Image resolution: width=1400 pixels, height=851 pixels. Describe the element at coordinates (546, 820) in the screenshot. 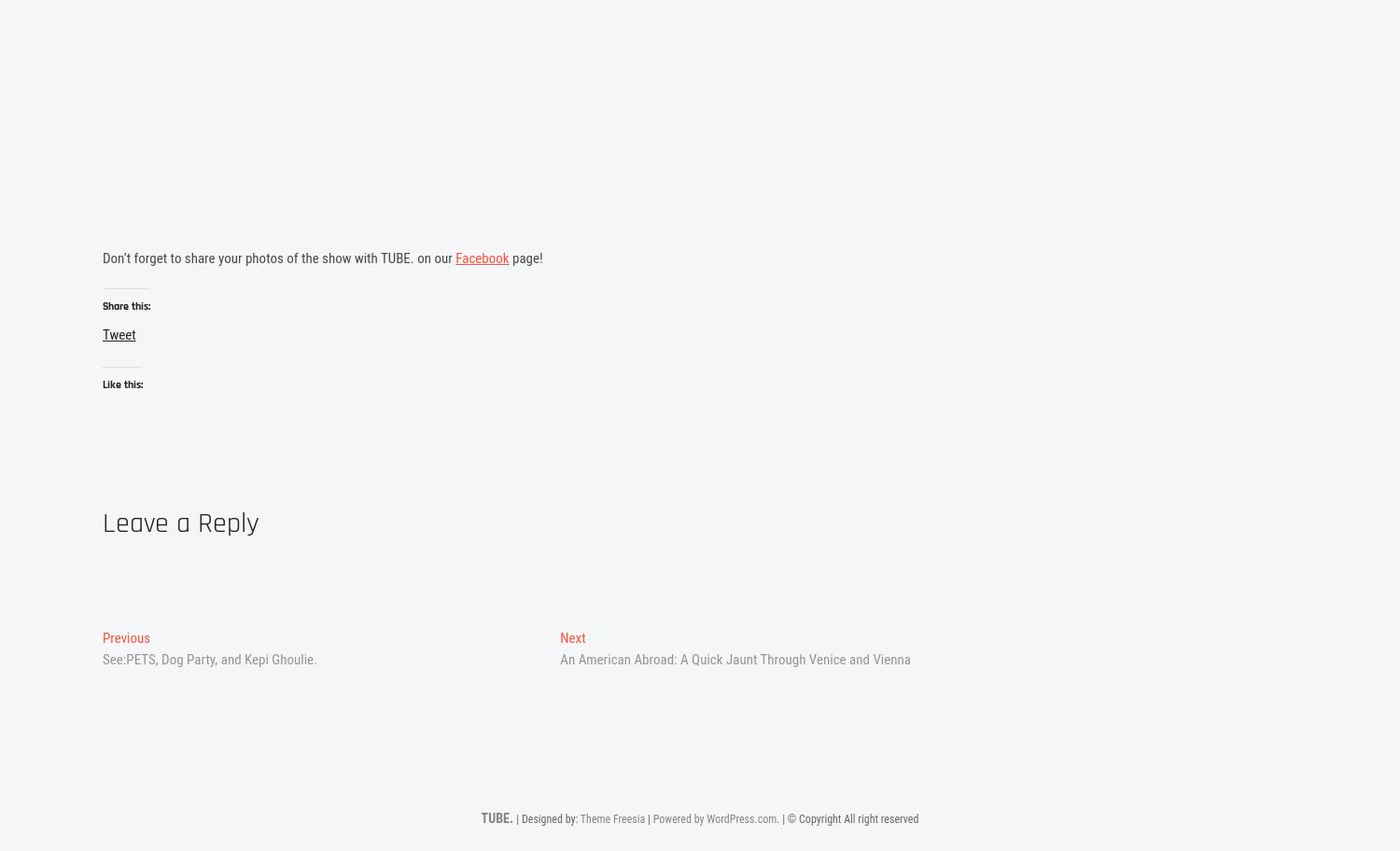

I see `'| 
									Designed by:'` at that location.